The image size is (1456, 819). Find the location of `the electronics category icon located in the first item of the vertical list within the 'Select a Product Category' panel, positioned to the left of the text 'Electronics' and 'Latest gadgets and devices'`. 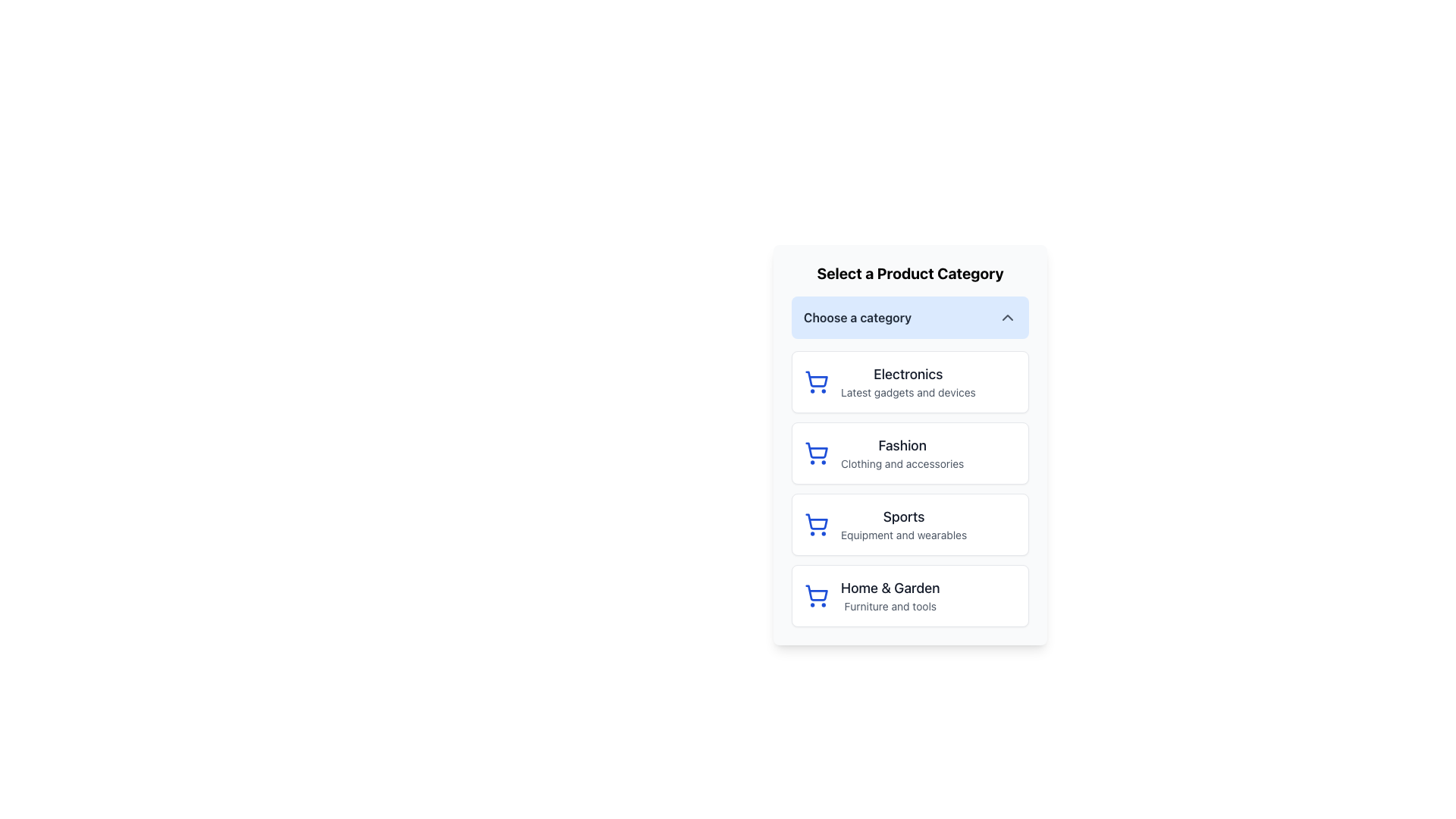

the electronics category icon located in the first item of the vertical list within the 'Select a Product Category' panel, positioned to the left of the text 'Electronics' and 'Latest gadgets and devices' is located at coordinates (815, 381).